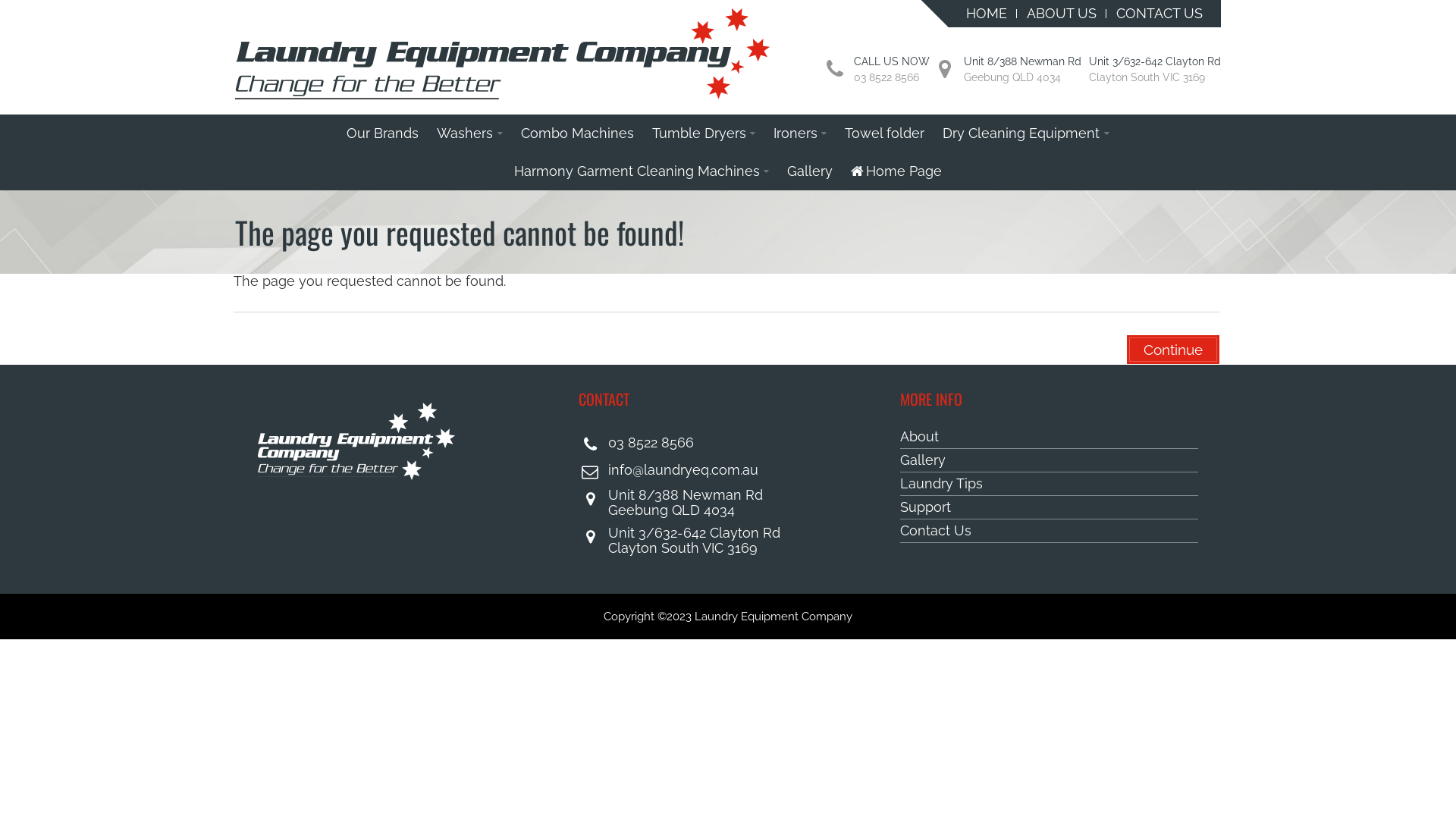  Describe the element at coordinates (1048, 437) in the screenshot. I see `'About'` at that location.